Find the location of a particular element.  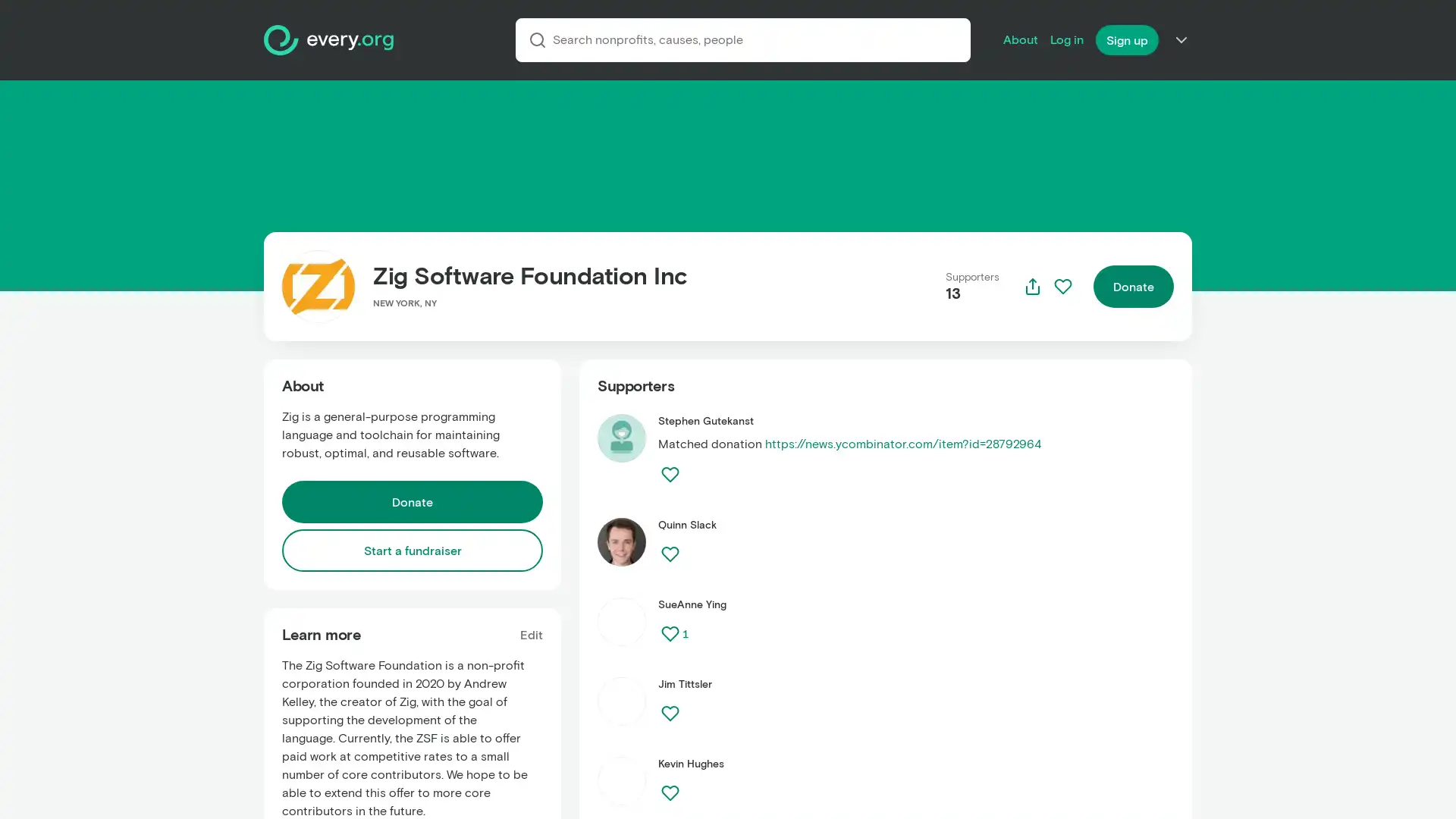

Like contribution is located at coordinates (669, 792).